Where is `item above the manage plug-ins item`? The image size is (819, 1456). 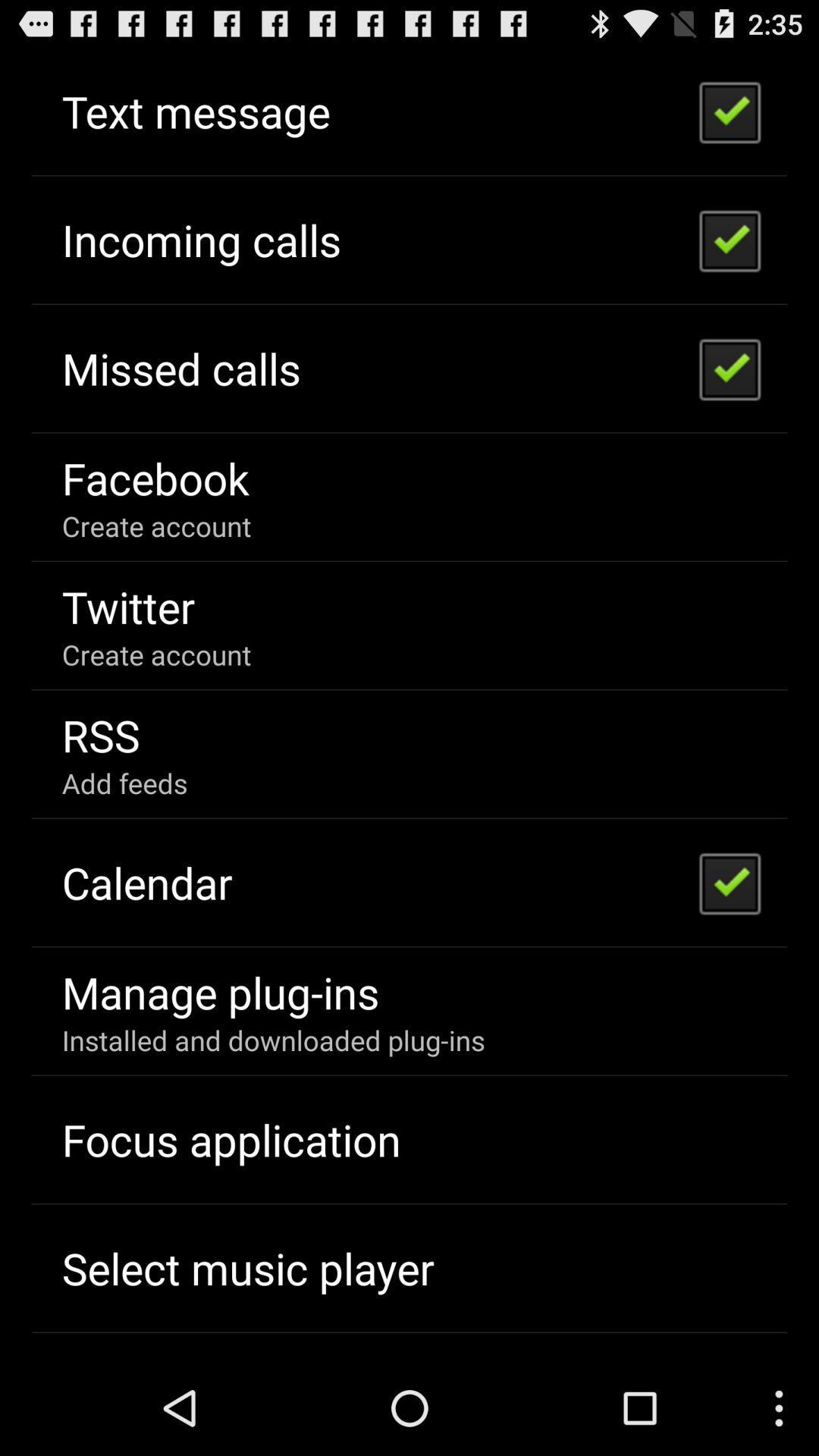
item above the manage plug-ins item is located at coordinates (147, 882).